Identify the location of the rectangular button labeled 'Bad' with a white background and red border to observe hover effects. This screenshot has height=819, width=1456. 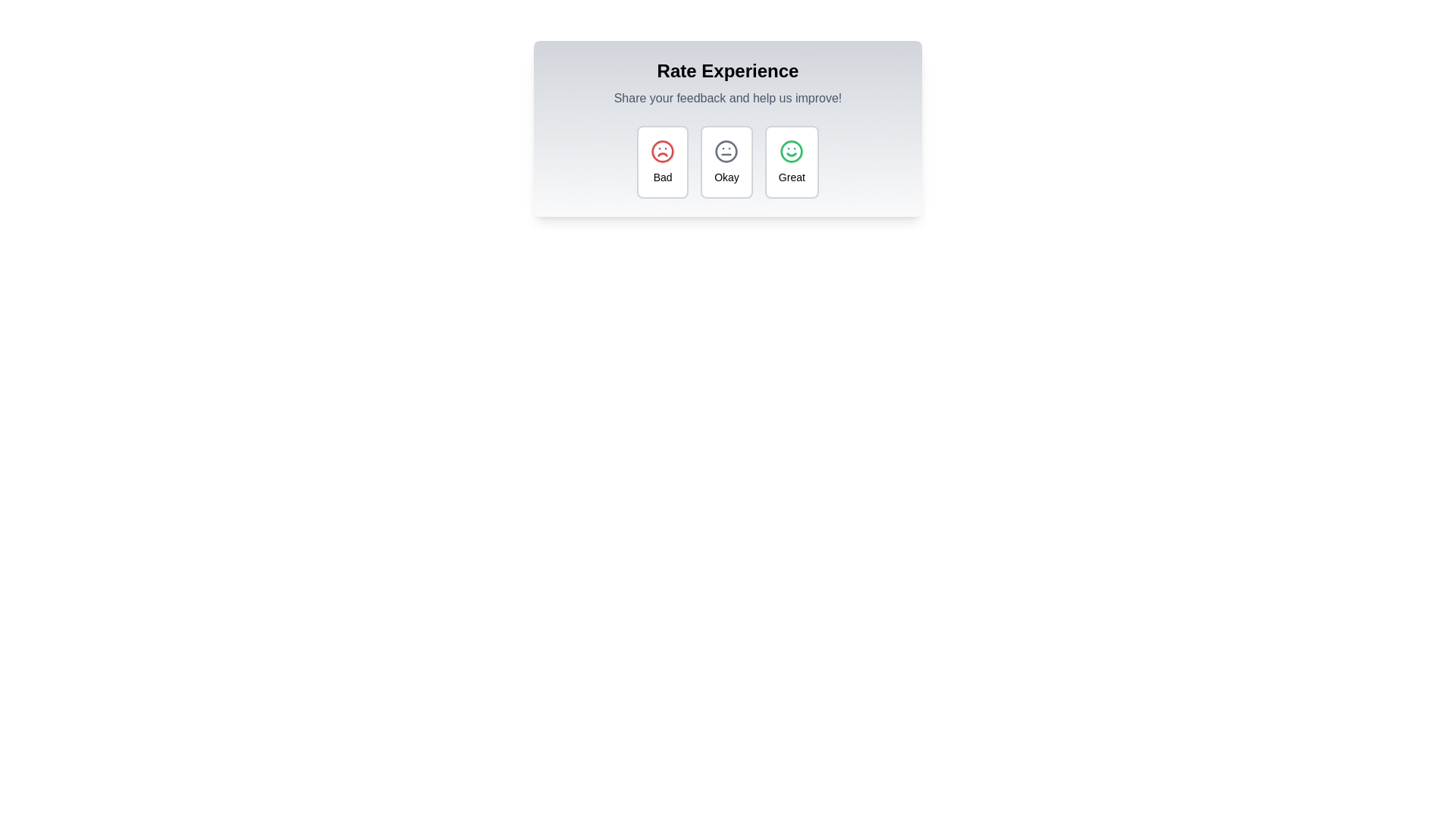
(663, 162).